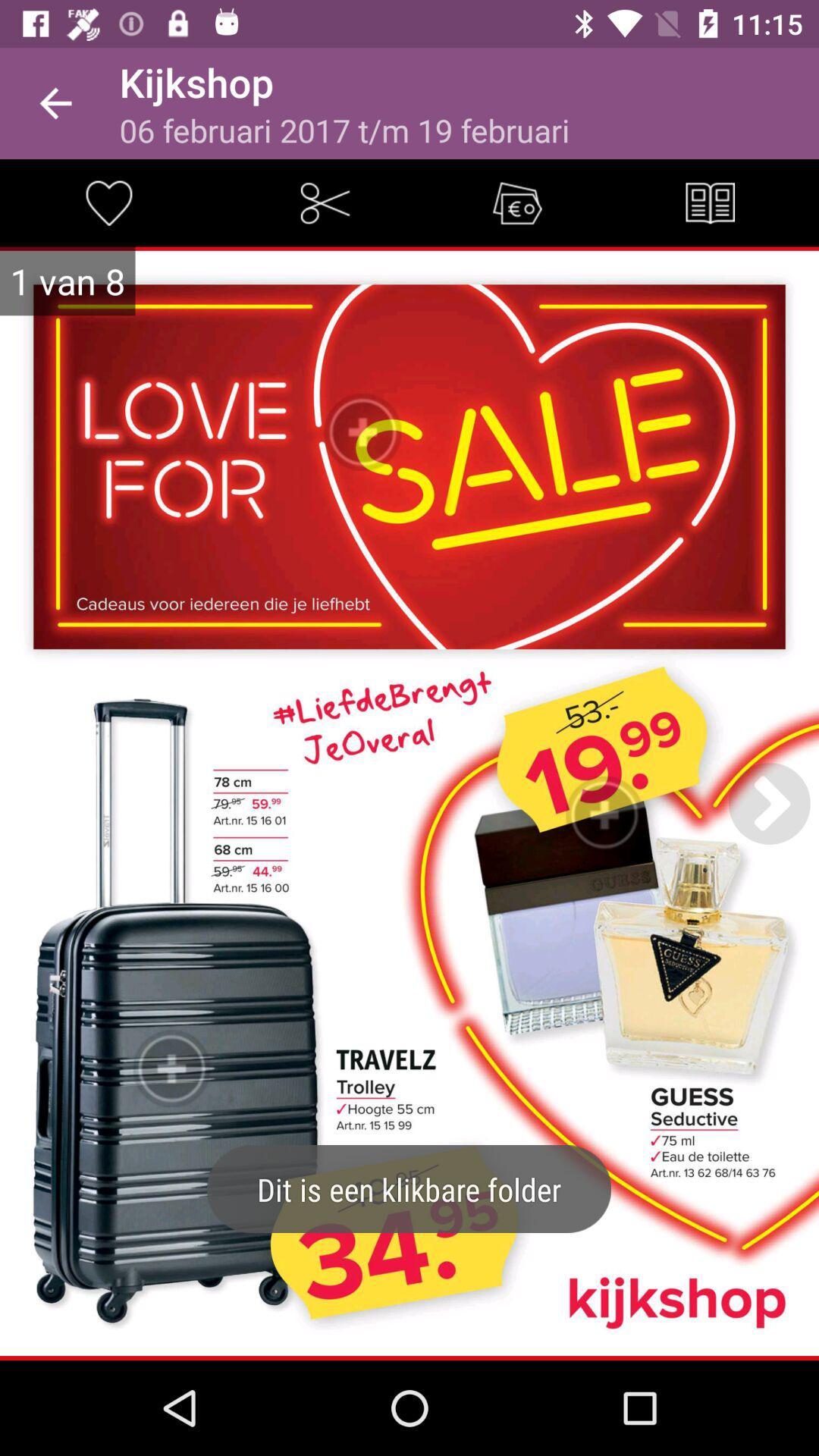  What do you see at coordinates (324, 202) in the screenshot?
I see `the item below the 06 februari 2017 icon` at bounding box center [324, 202].